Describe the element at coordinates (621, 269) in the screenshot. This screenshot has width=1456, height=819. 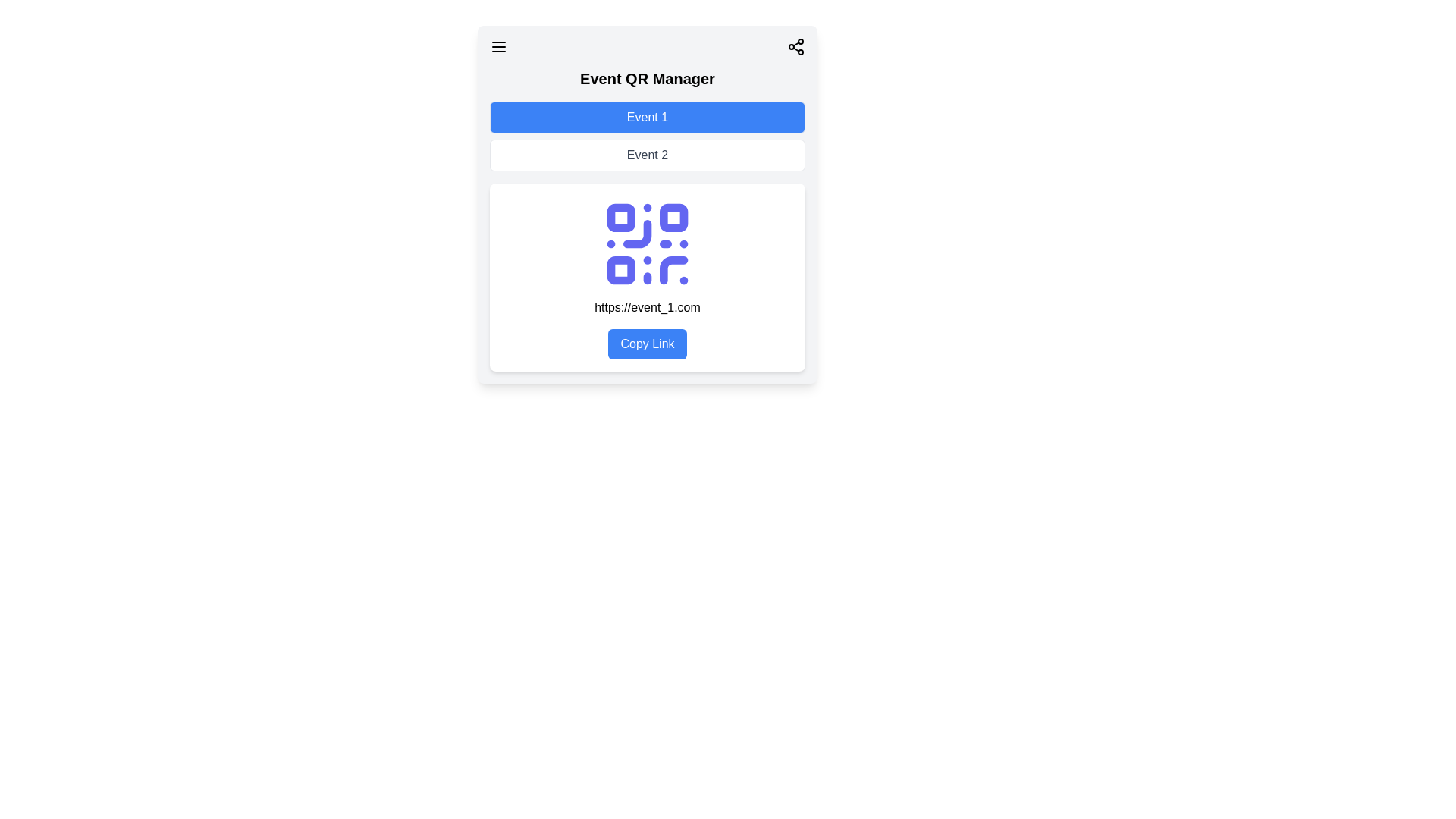
I see `the small rectangular decorative graphical element with rounded corners in blue, located at the bottom-left of the QR code structure` at that location.